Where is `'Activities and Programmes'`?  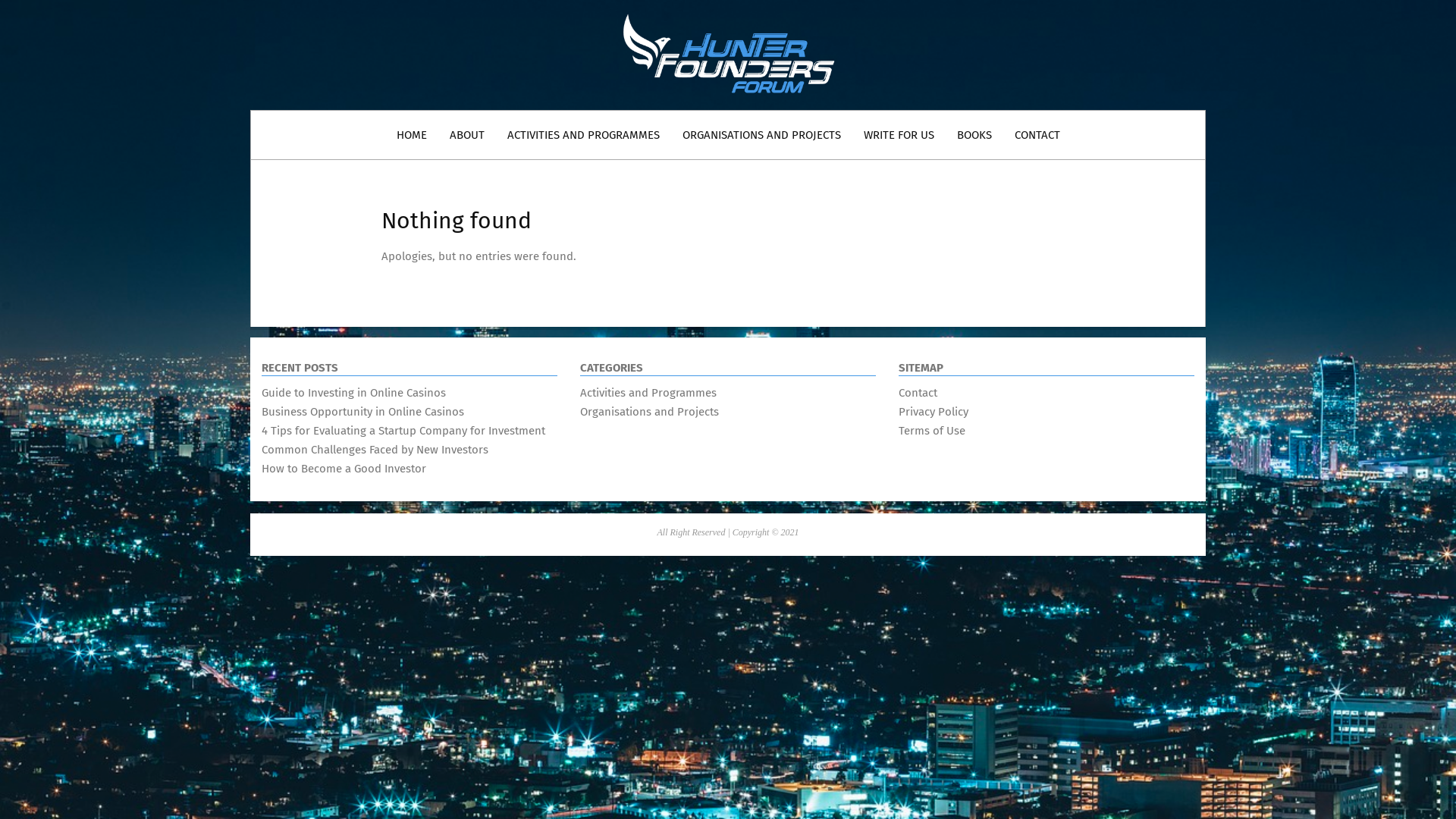 'Activities and Programmes' is located at coordinates (648, 391).